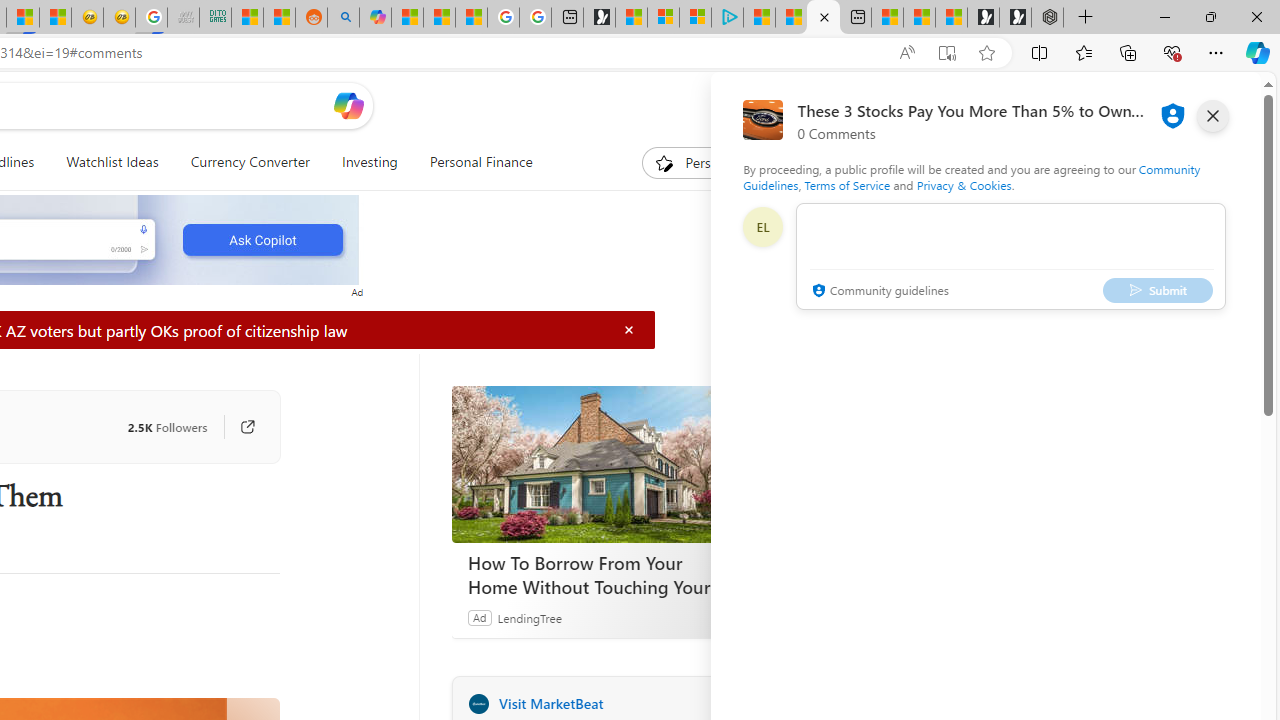 The image size is (1280, 720). What do you see at coordinates (249, 162) in the screenshot?
I see `'Currency Converter'` at bounding box center [249, 162].